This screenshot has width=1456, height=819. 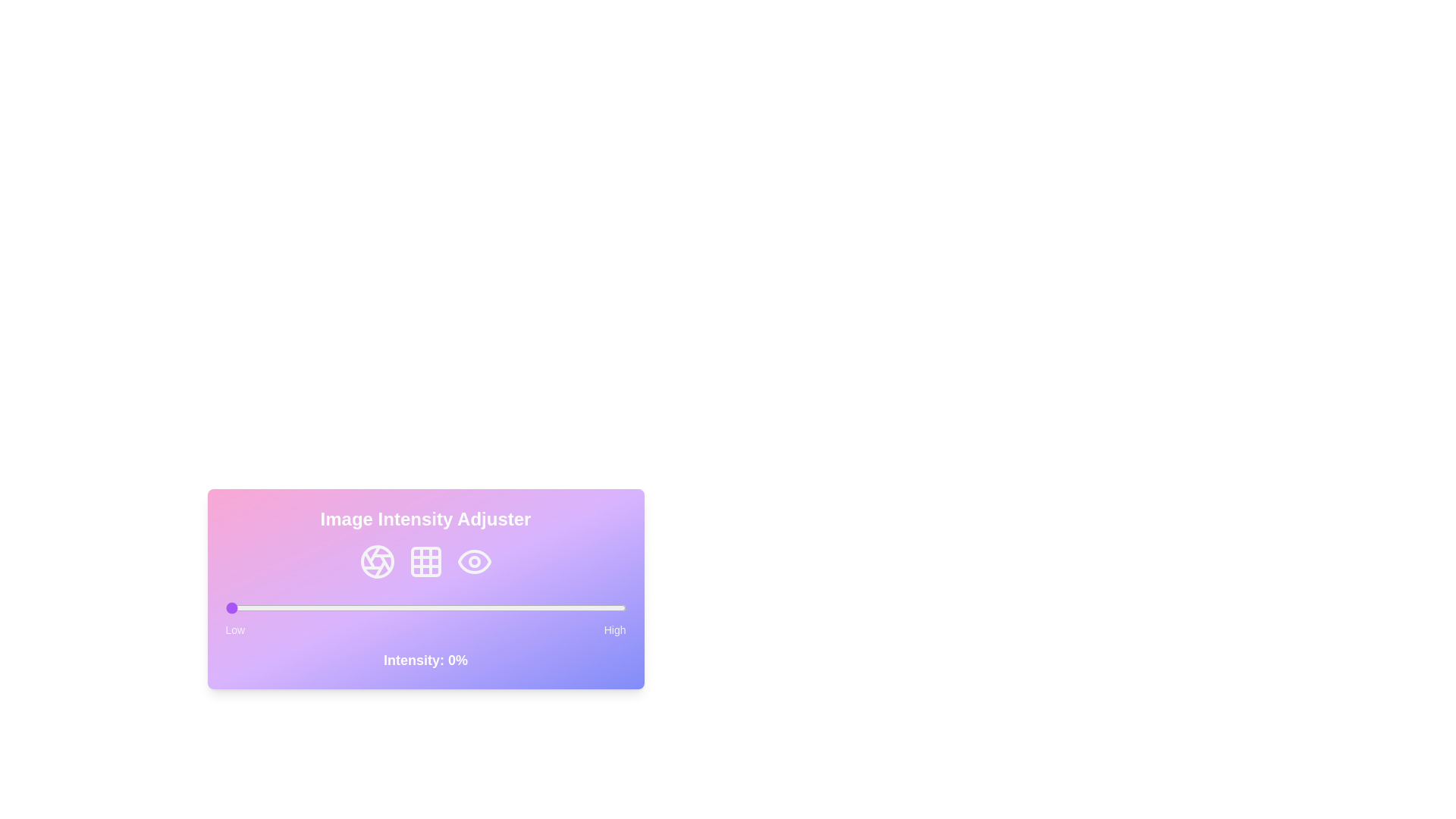 What do you see at coordinates (473, 561) in the screenshot?
I see `the Eye icon to interact with it` at bounding box center [473, 561].